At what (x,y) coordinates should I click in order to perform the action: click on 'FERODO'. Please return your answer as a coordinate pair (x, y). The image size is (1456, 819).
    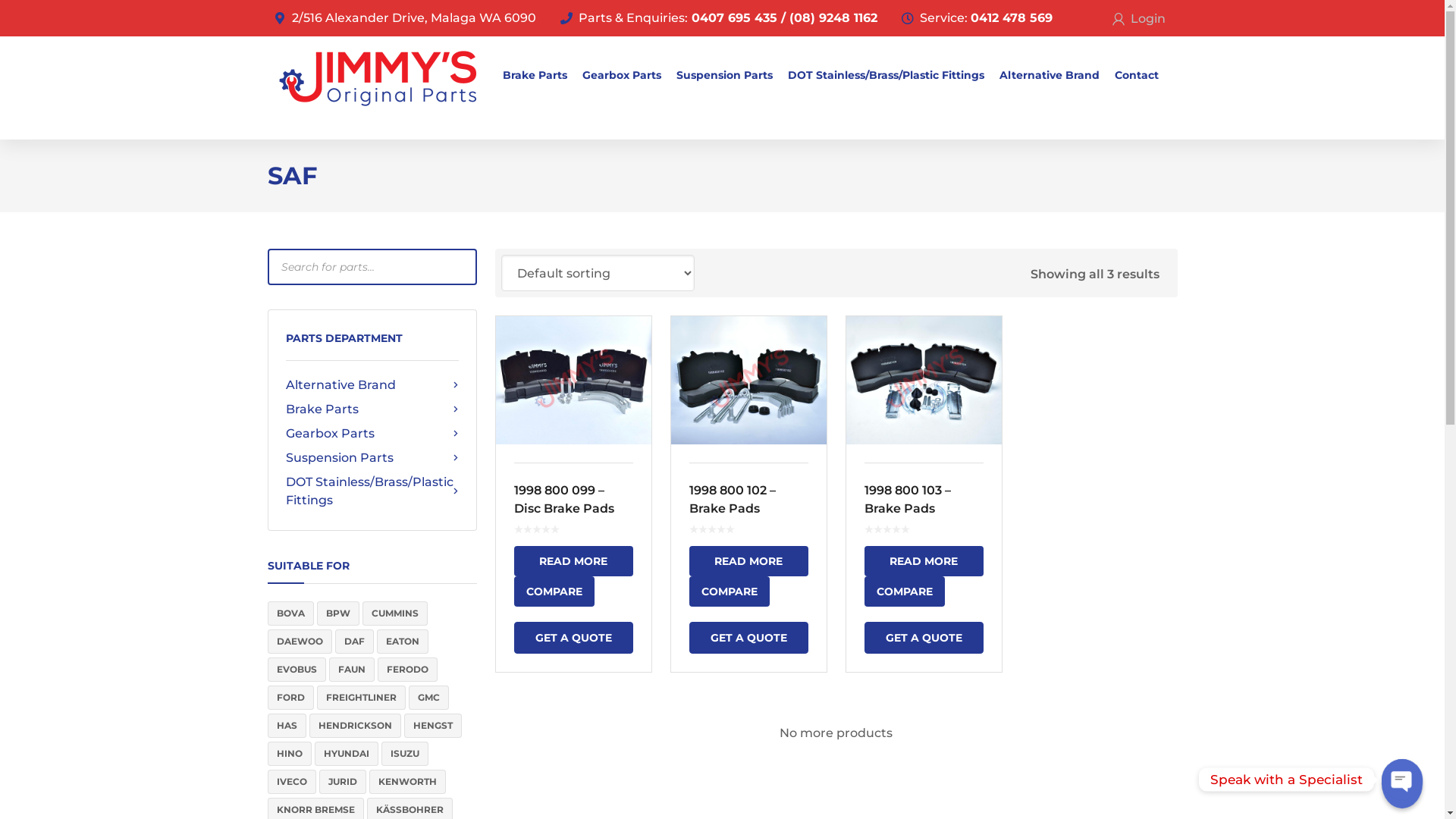
    Looking at the image, I should click on (378, 669).